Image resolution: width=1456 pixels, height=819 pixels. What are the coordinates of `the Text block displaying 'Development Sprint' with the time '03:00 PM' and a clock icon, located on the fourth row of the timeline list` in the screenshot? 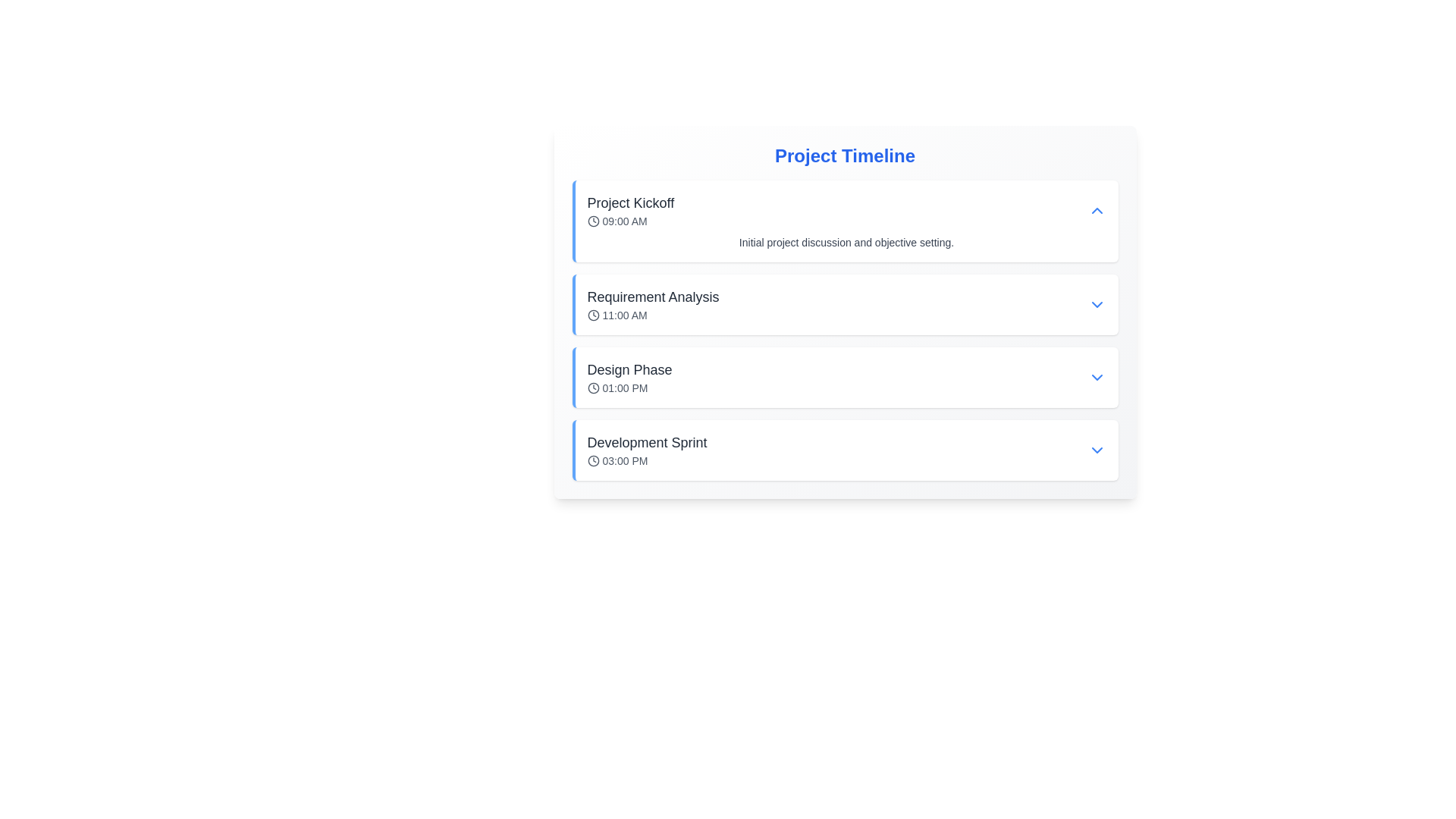 It's located at (647, 450).